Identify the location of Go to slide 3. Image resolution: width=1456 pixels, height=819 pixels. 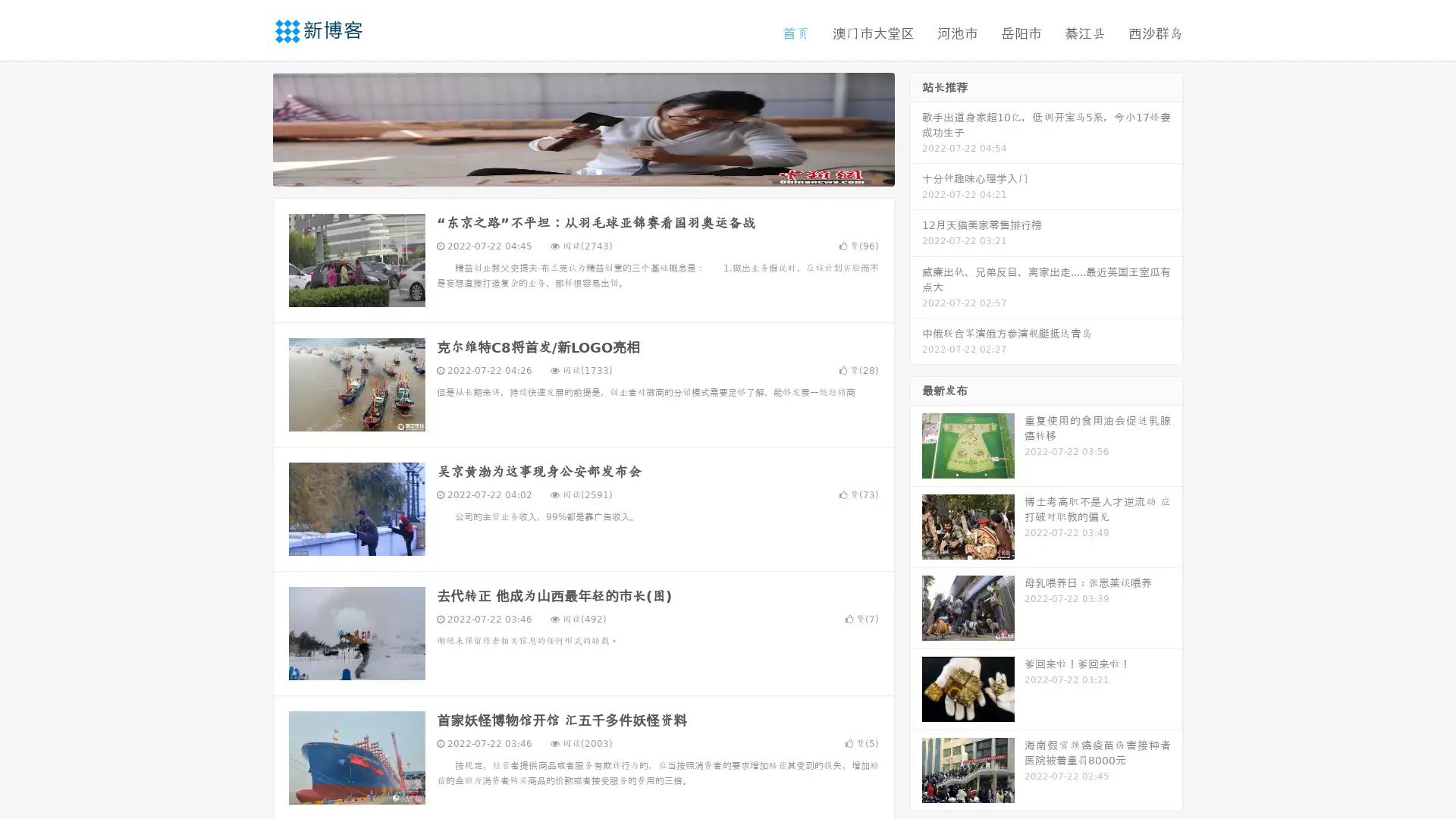
(598, 171).